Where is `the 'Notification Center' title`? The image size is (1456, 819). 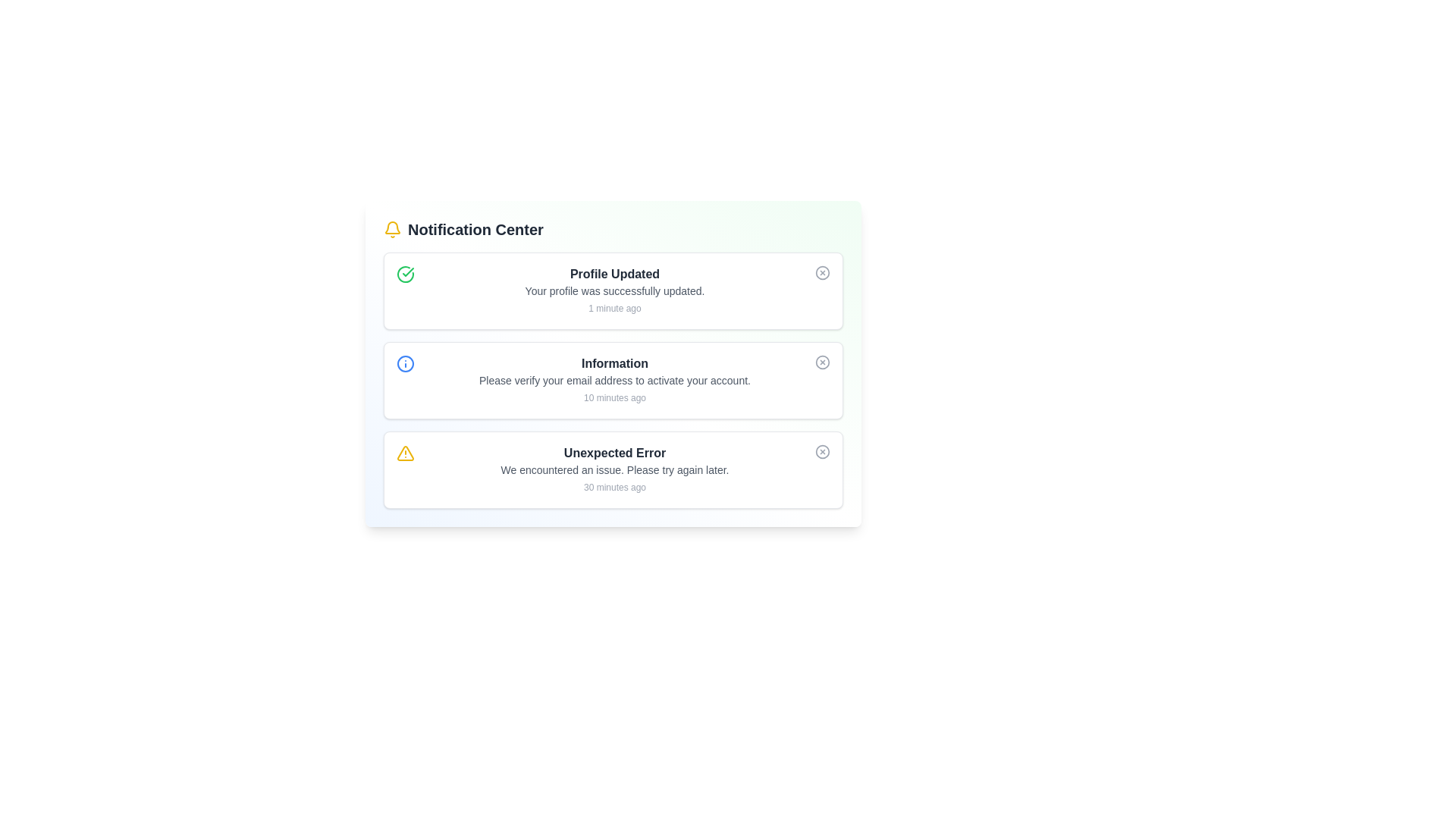 the 'Notification Center' title is located at coordinates (613, 230).